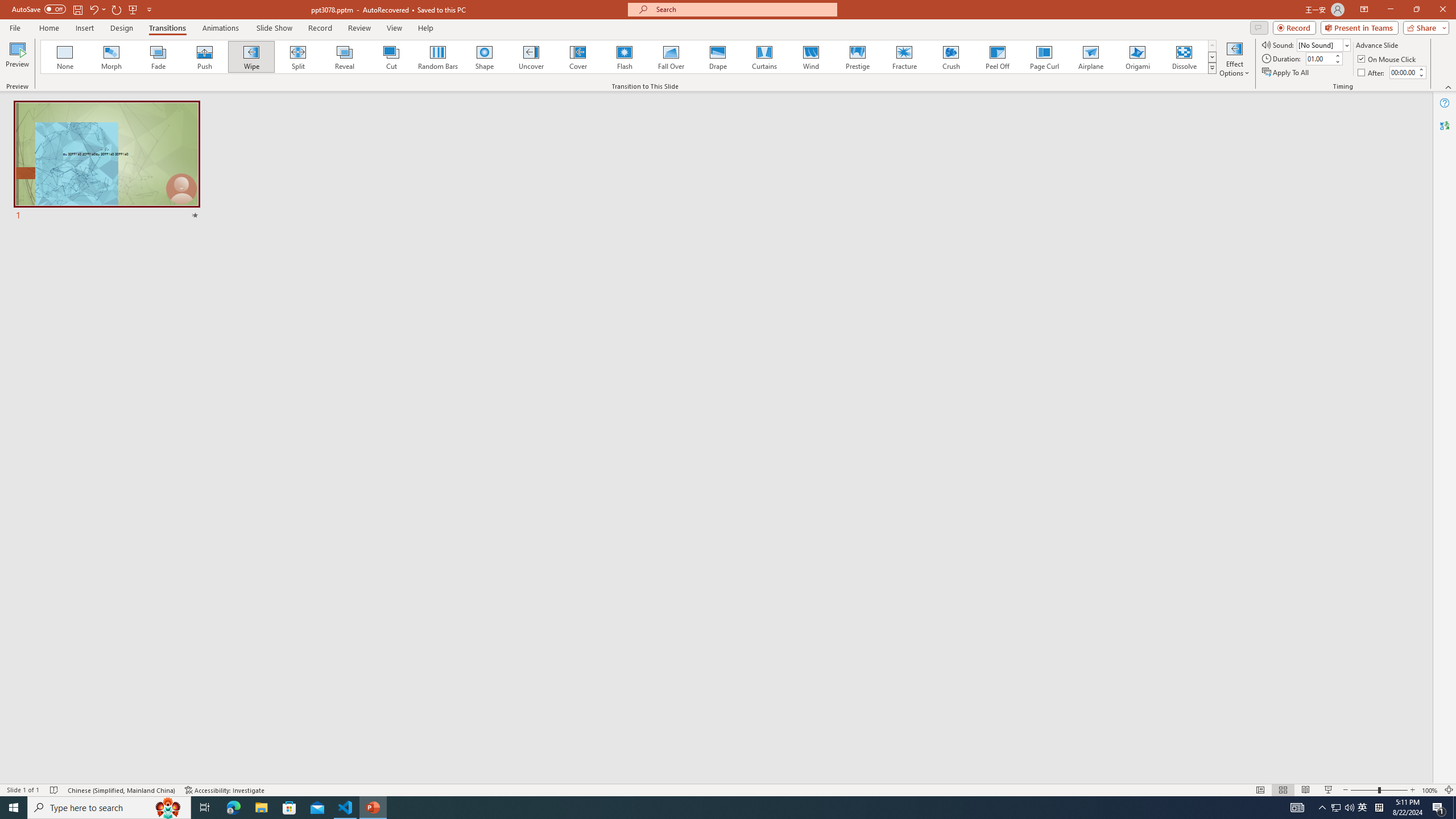  I want to click on 'Page Curl', so click(1043, 56).